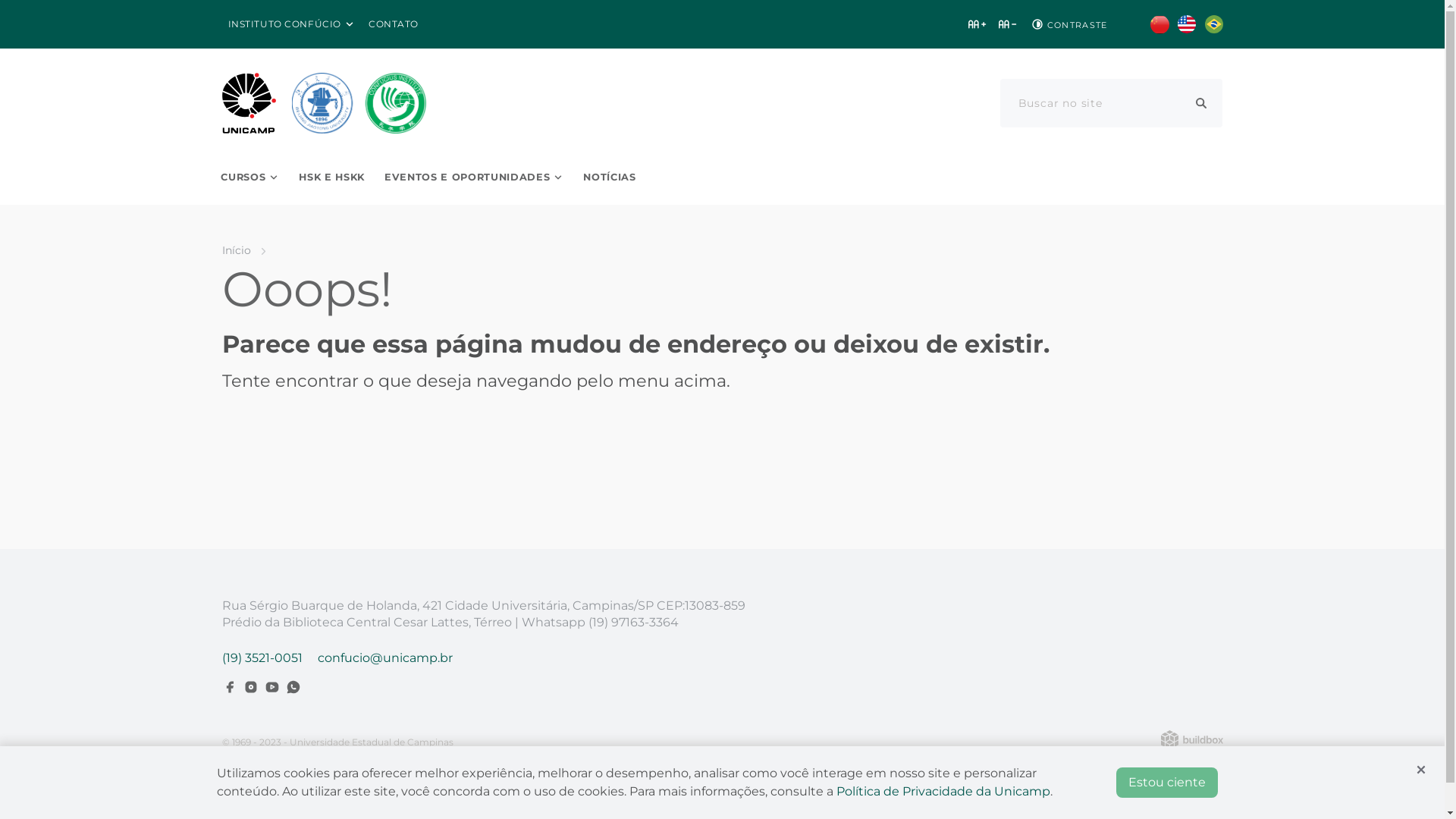 This screenshot has width=1456, height=819. Describe the element at coordinates (393, 24) in the screenshot. I see `'CONTATO'` at that location.